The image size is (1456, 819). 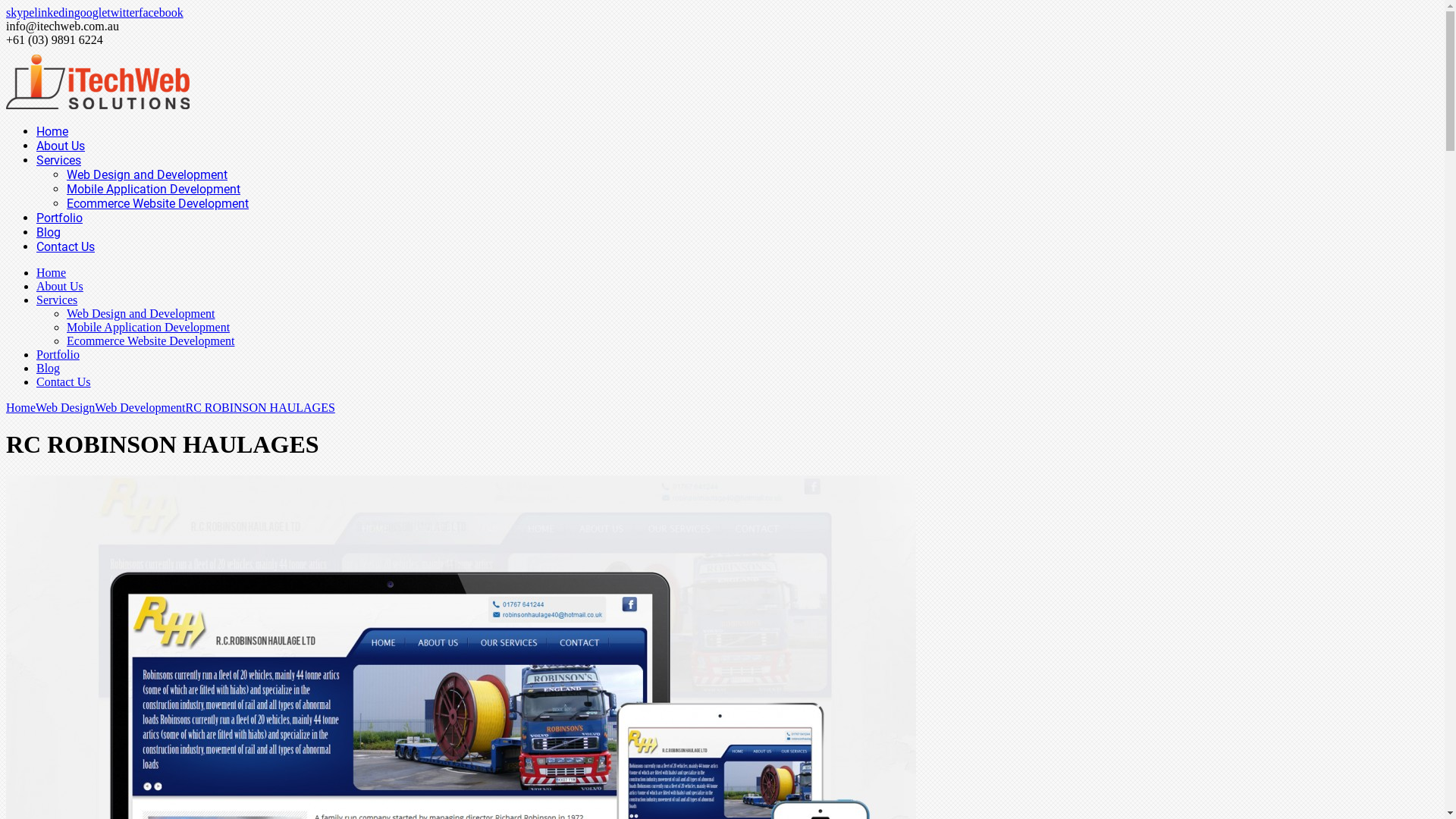 What do you see at coordinates (105, 12) in the screenshot?
I see `'twitter'` at bounding box center [105, 12].